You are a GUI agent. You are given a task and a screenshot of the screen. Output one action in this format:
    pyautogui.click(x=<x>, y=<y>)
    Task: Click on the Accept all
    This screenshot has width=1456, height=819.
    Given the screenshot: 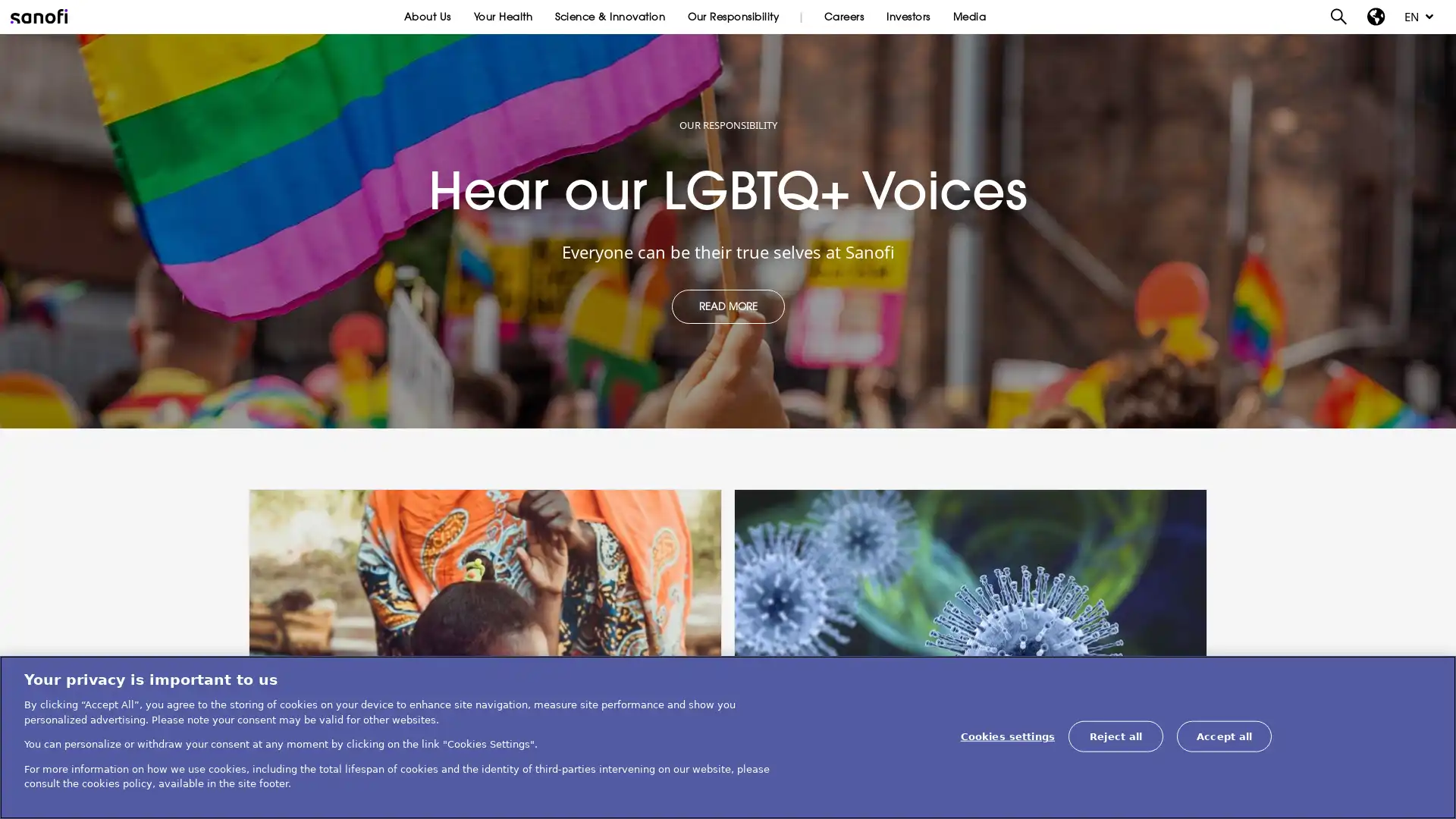 What is the action you would take?
    pyautogui.click(x=1224, y=736)
    